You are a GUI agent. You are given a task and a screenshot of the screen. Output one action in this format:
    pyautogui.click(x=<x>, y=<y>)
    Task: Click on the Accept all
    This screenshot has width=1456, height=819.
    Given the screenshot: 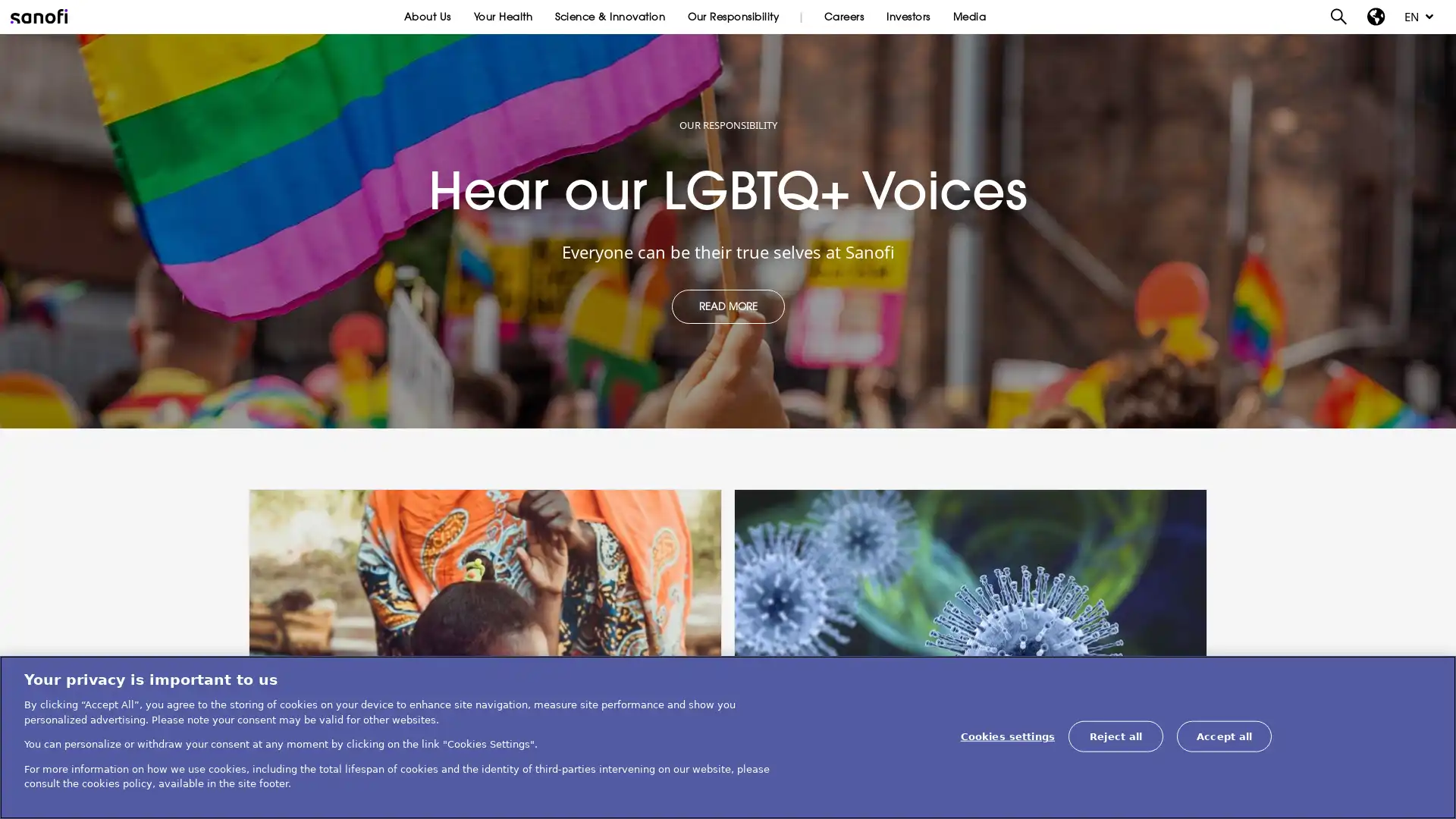 What is the action you would take?
    pyautogui.click(x=1224, y=736)
    